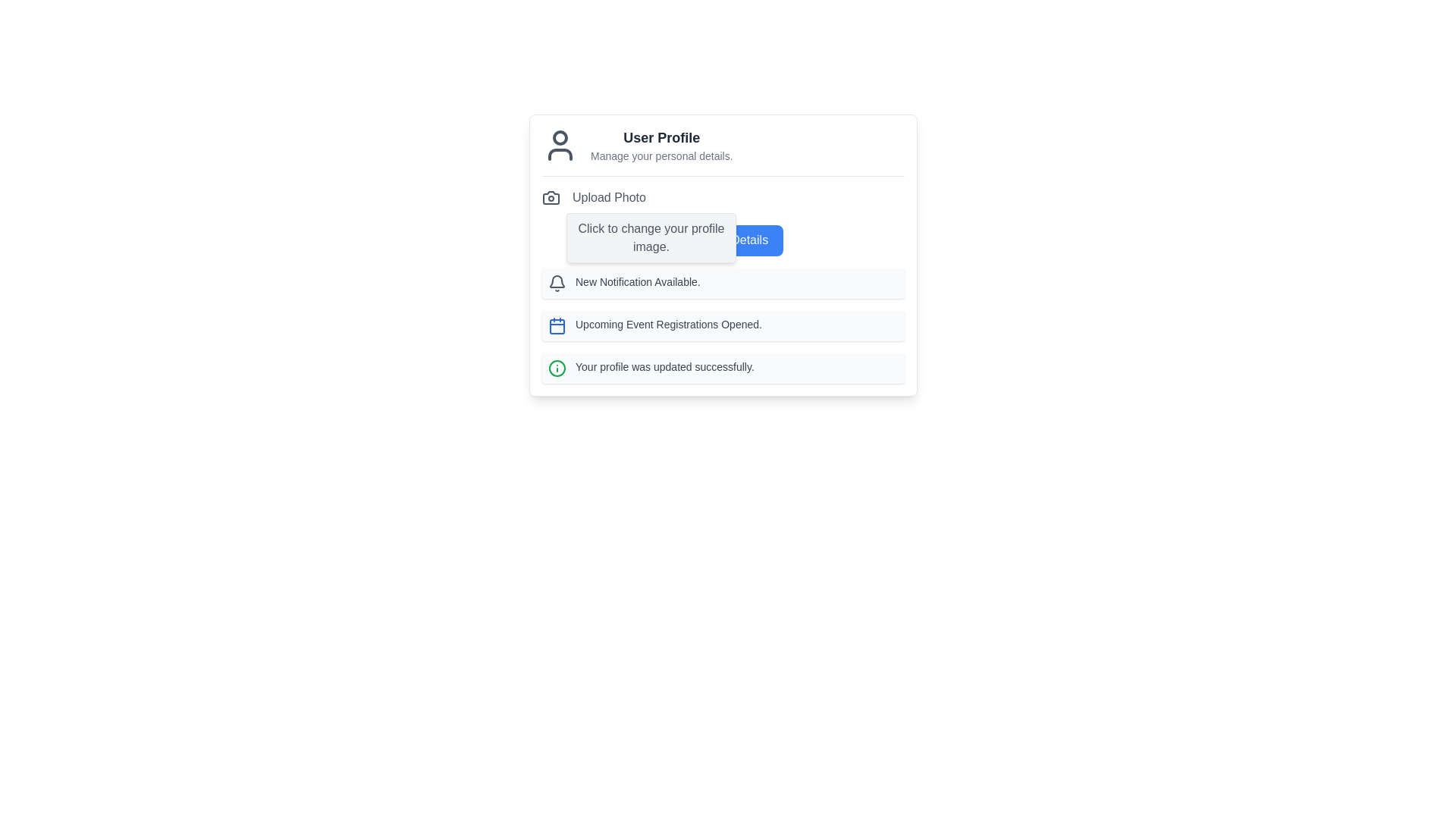 The height and width of the screenshot is (819, 1456). What do you see at coordinates (661, 137) in the screenshot?
I see `the Header Text Label indicating the user's profile information, which is positioned at the top of the content card, aligned underneath a user icon` at bounding box center [661, 137].